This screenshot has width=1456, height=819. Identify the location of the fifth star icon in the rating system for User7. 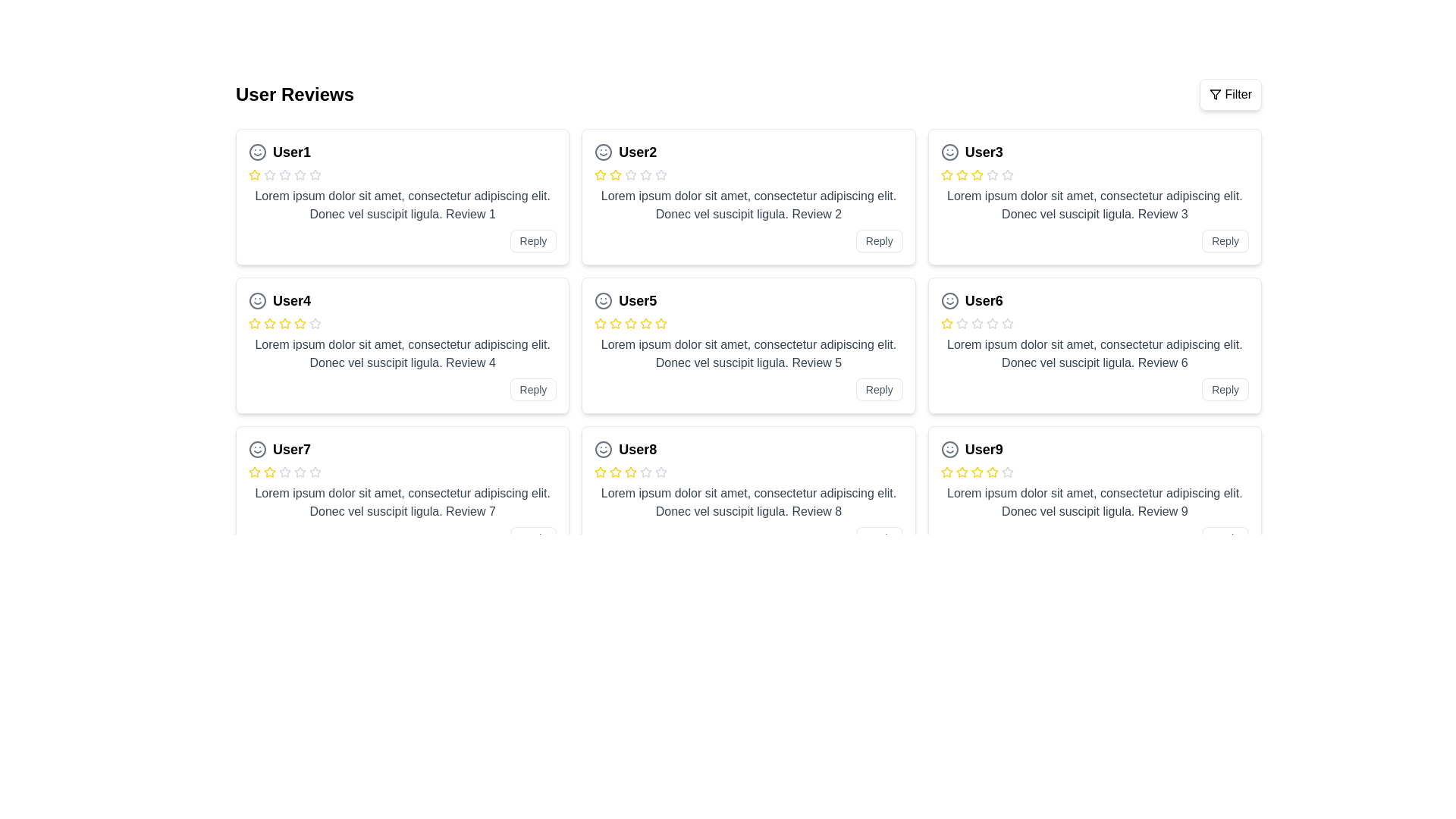
(284, 472).